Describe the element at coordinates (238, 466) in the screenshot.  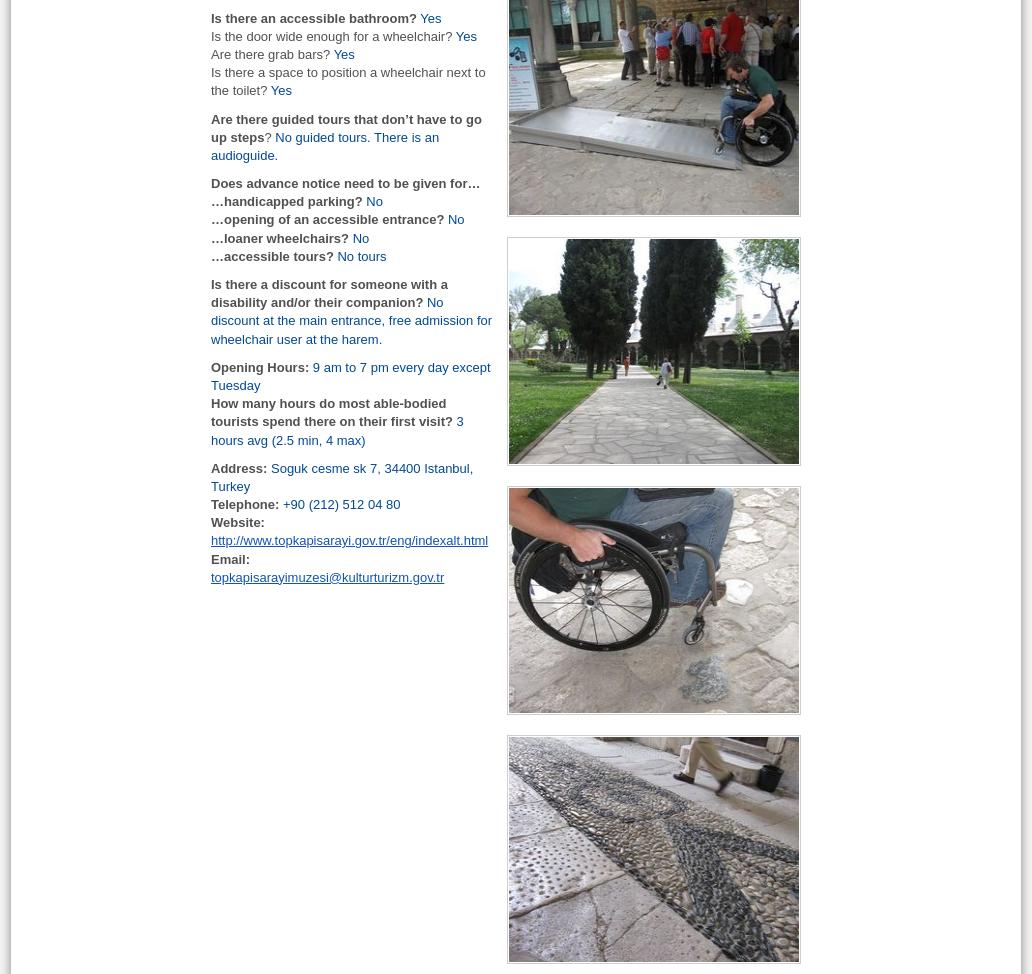
I see `'Address:'` at that location.